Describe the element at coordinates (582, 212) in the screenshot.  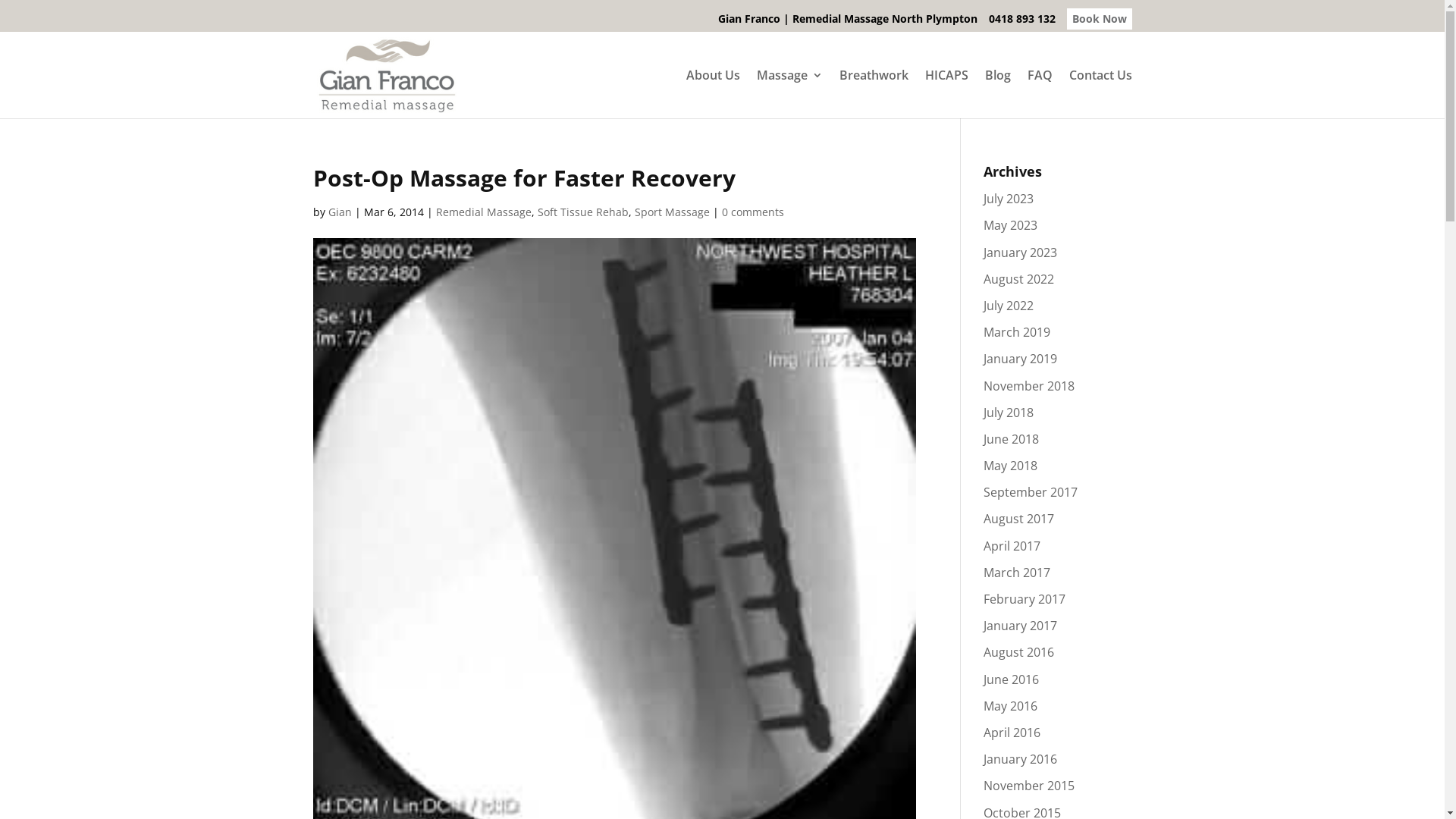
I see `'Soft Tissue Rehab'` at that location.